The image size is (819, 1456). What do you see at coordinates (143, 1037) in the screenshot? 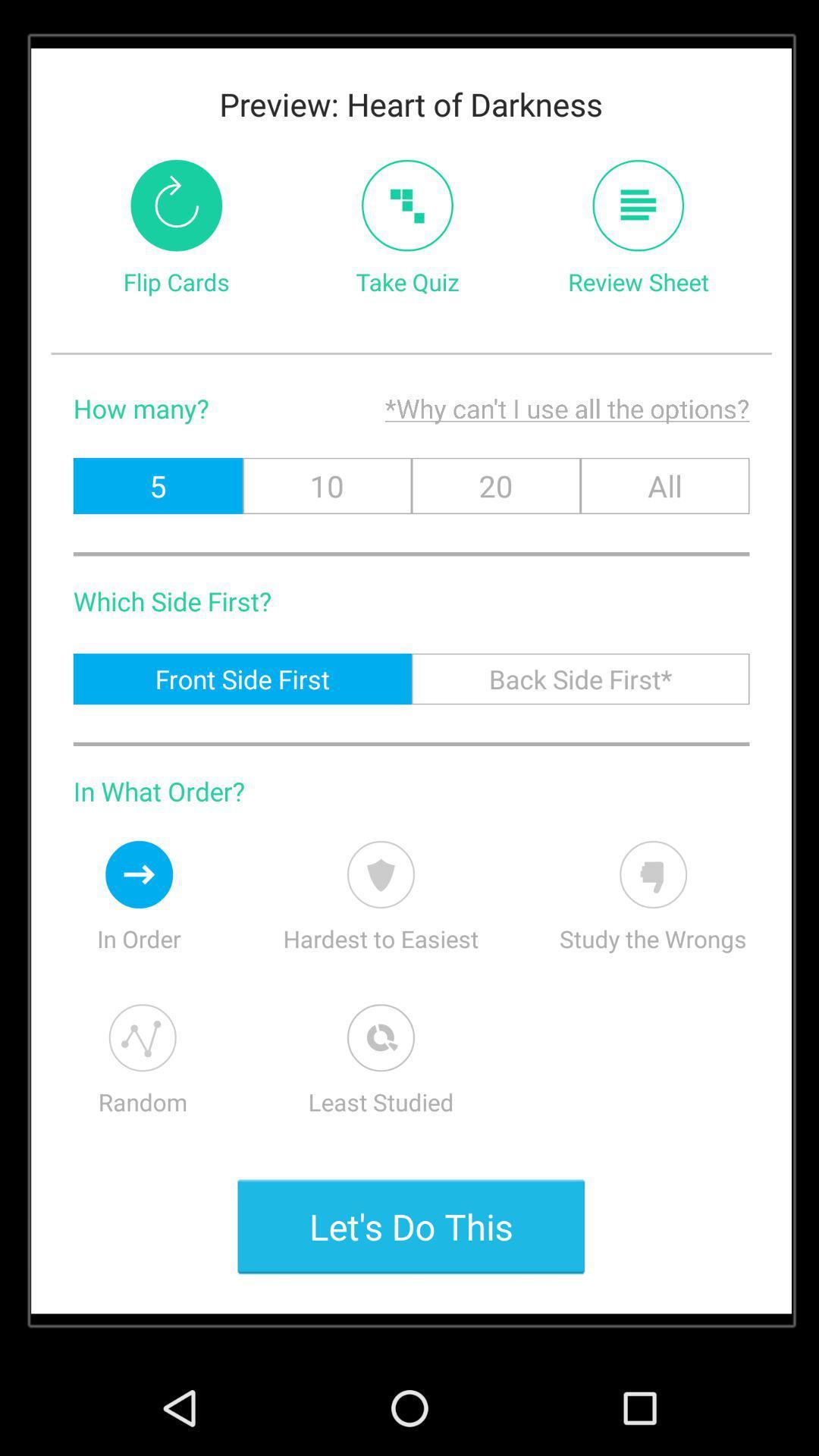
I see `order randomly buttom` at bounding box center [143, 1037].